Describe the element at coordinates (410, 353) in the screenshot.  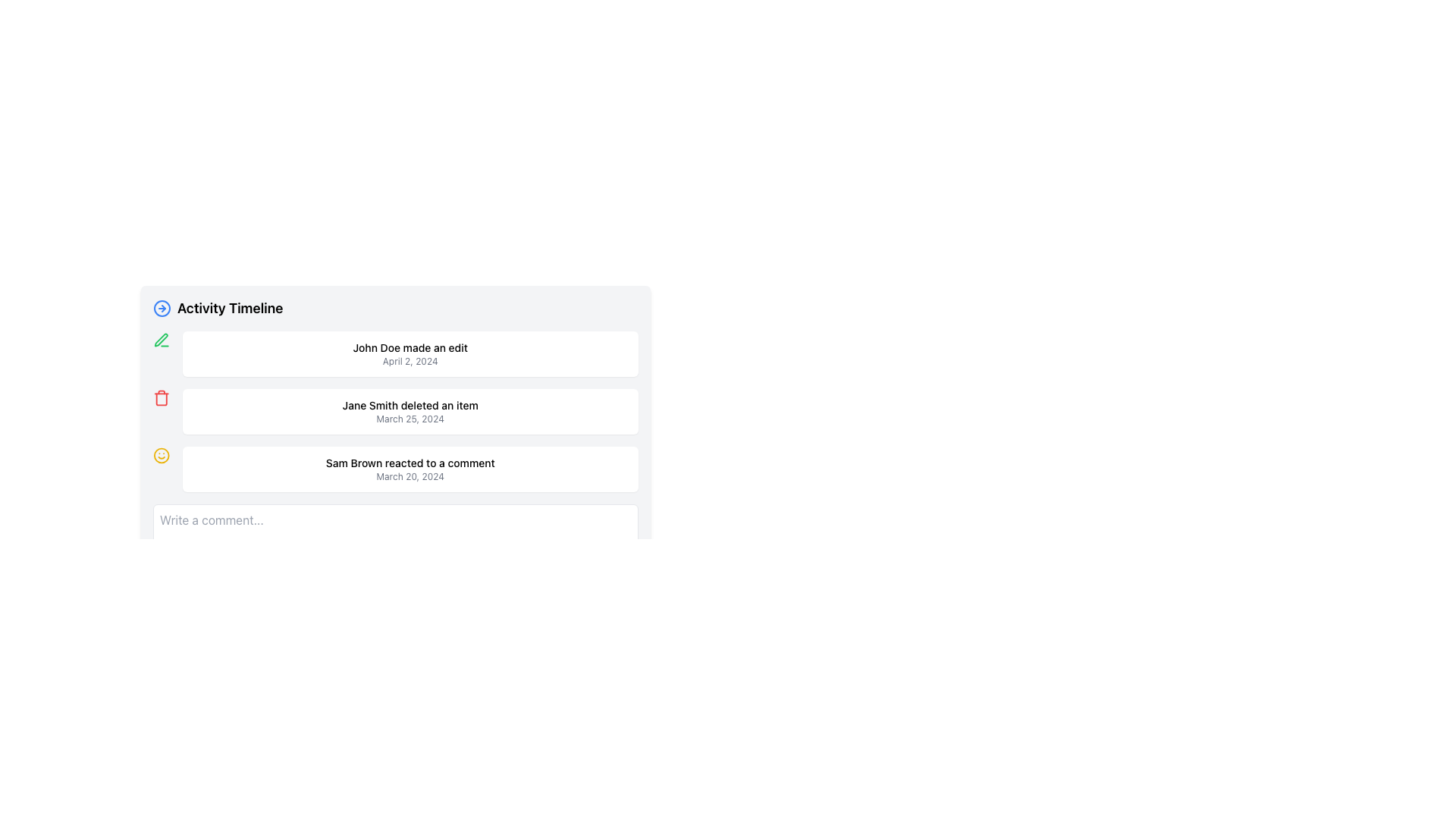
I see `the Text Box displaying the user's activity log entry, located in the middle section of the activity timeline, directly above 'Jane Smith deleted an item'` at that location.